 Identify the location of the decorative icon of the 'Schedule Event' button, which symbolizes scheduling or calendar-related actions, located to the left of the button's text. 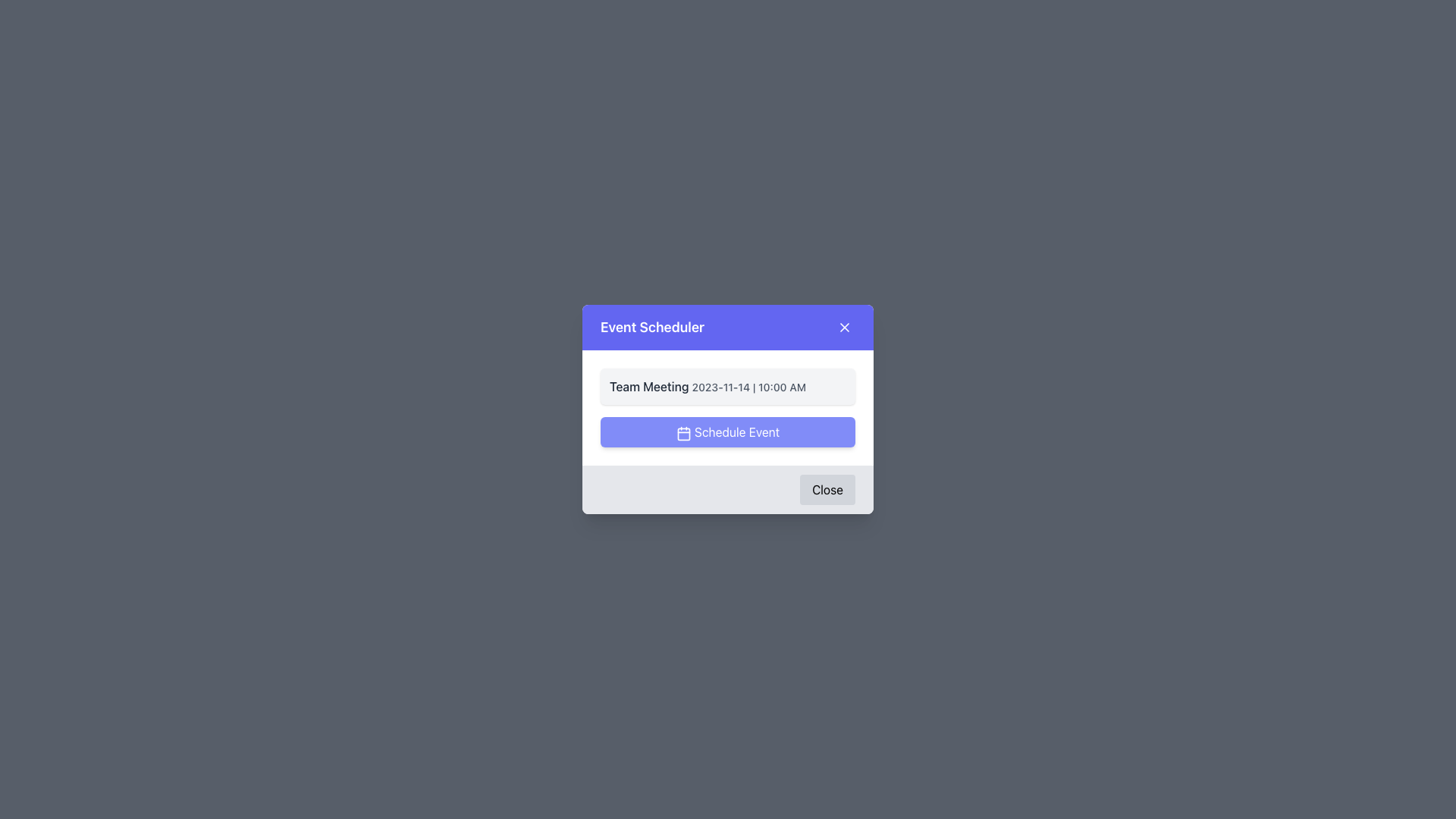
(682, 433).